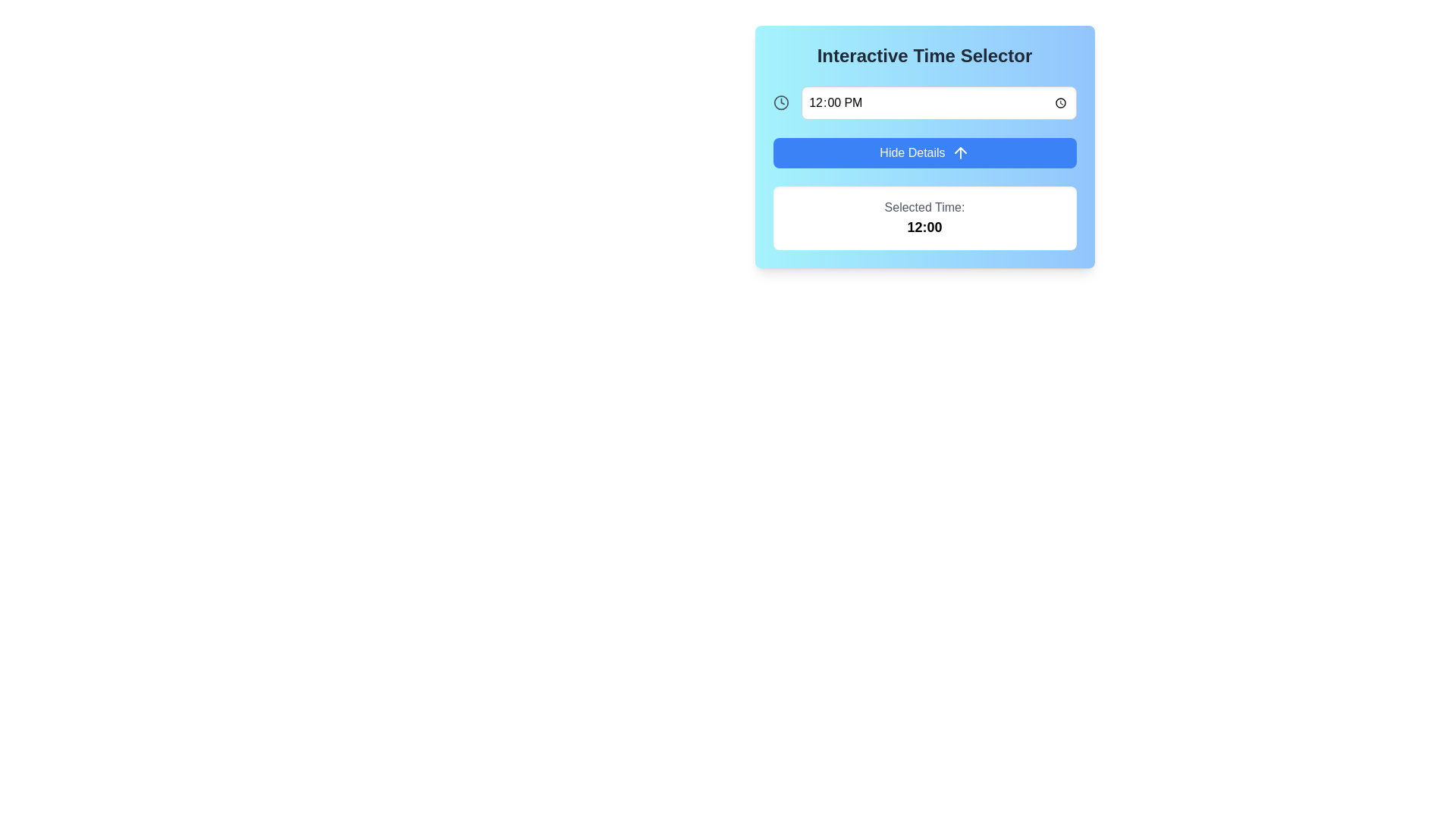 The image size is (1456, 819). What do you see at coordinates (781, 102) in the screenshot?
I see `the time-related icon, which visually represents time functionality and is positioned to the left of the '12:00 PM' time input field` at bounding box center [781, 102].